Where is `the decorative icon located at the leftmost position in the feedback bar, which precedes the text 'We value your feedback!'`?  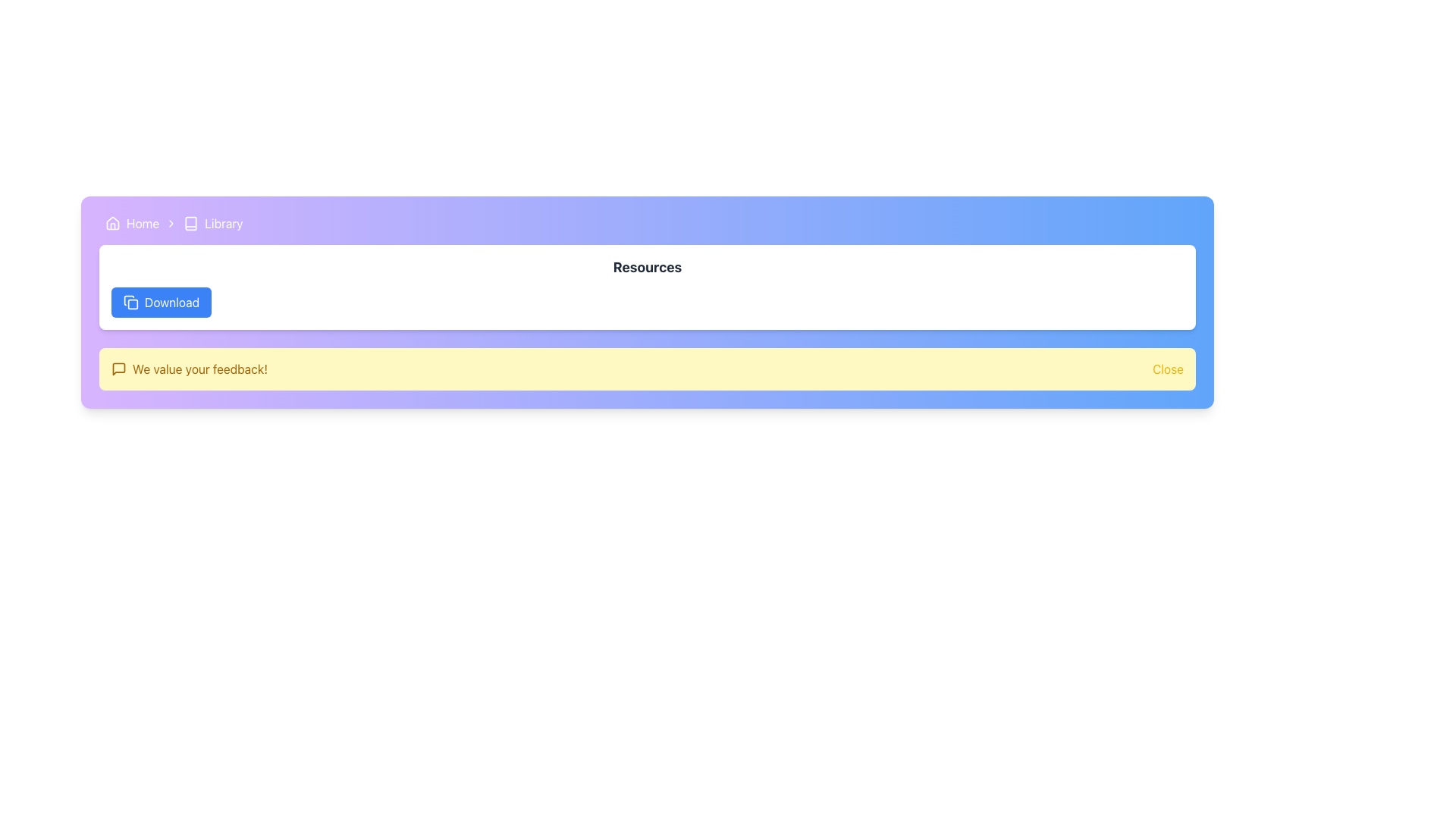 the decorative icon located at the leftmost position in the feedback bar, which precedes the text 'We value your feedback!' is located at coordinates (118, 369).